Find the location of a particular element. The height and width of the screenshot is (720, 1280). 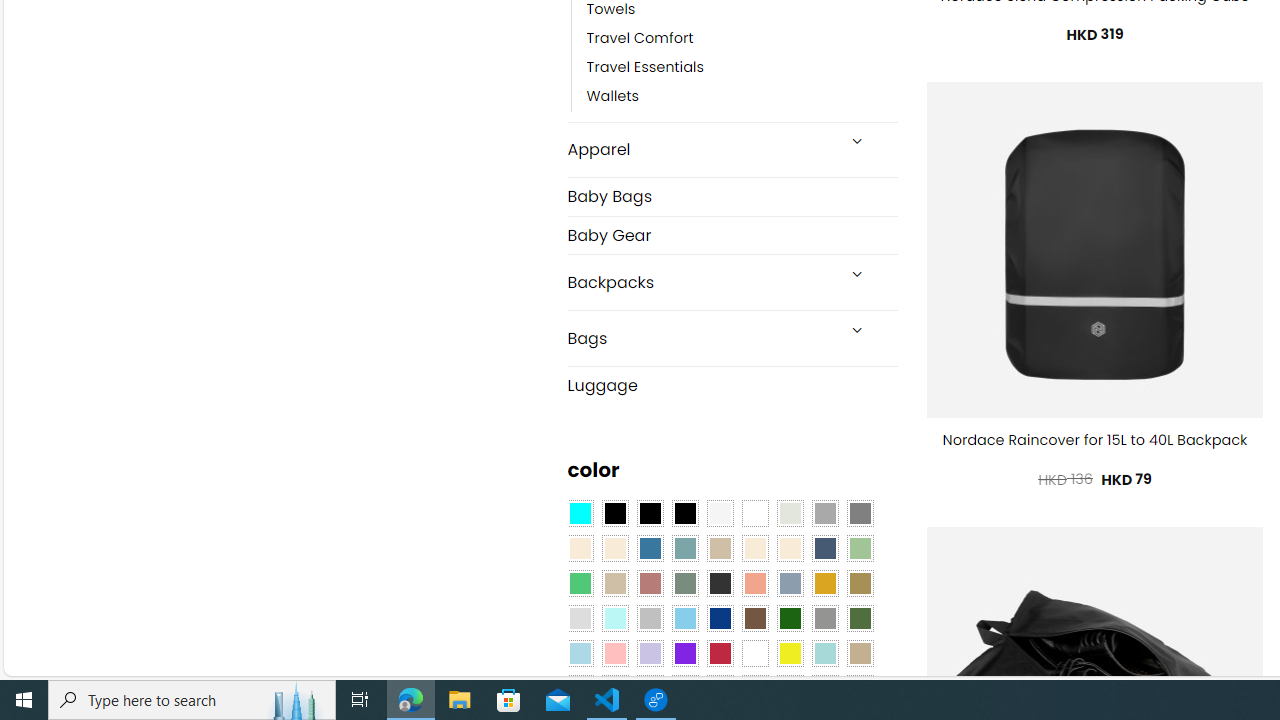

'Dusty Blue' is located at coordinates (788, 583).